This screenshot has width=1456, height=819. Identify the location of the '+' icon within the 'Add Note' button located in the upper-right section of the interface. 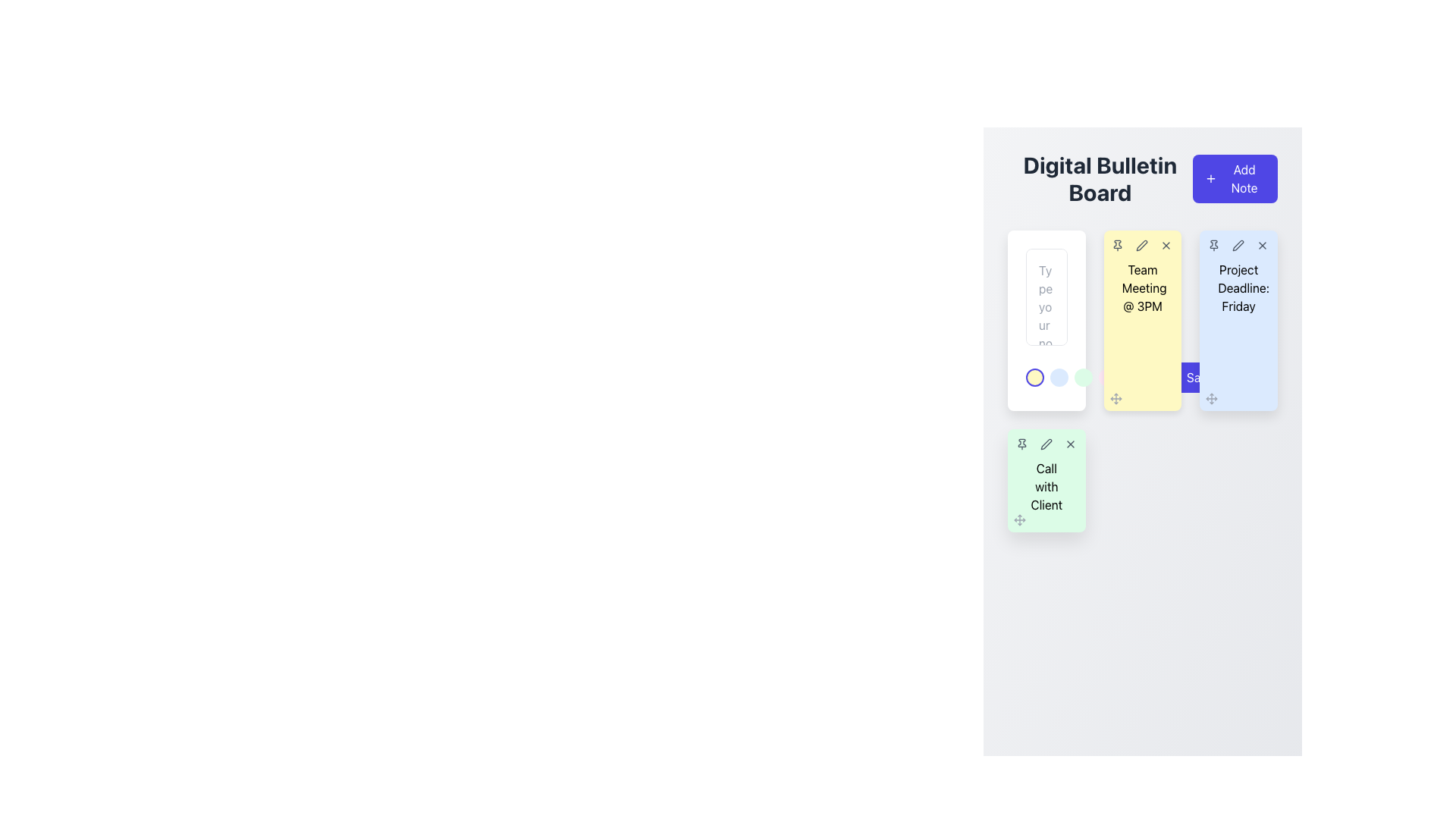
(1210, 177).